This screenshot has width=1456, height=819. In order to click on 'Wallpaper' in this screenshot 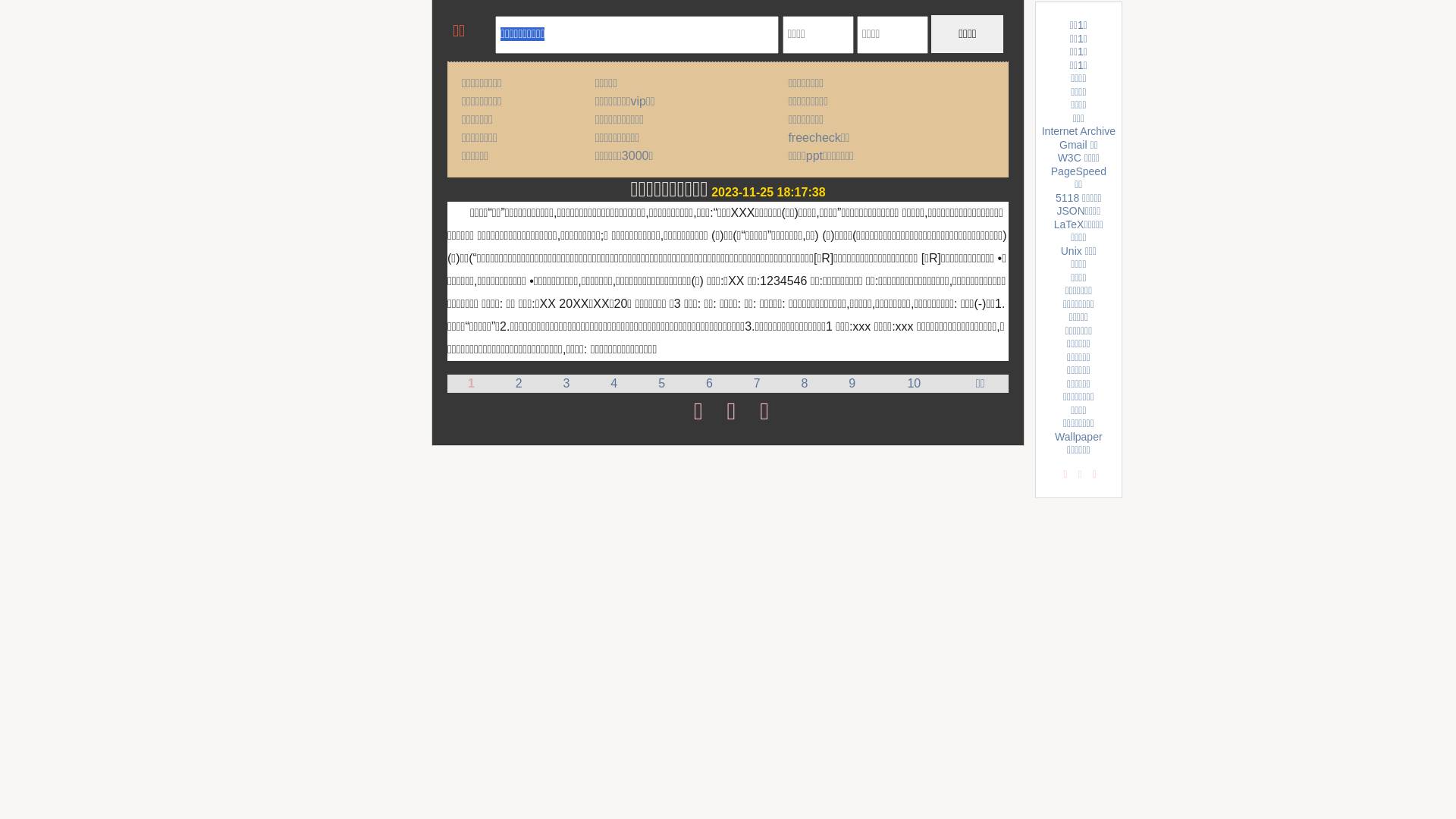, I will do `click(1078, 436)`.